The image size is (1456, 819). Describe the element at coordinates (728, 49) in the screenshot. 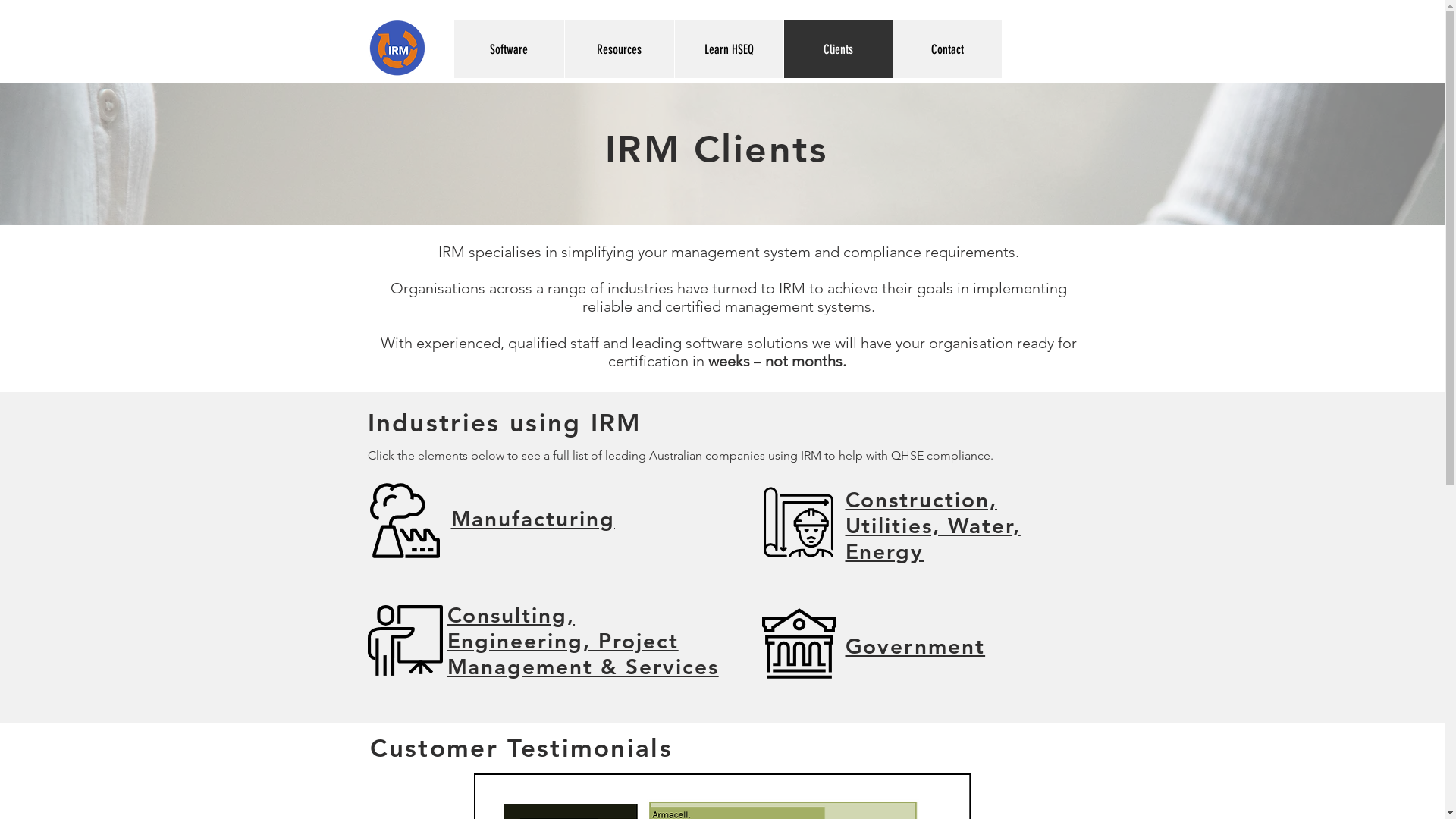

I see `'Learn HSEQ'` at that location.